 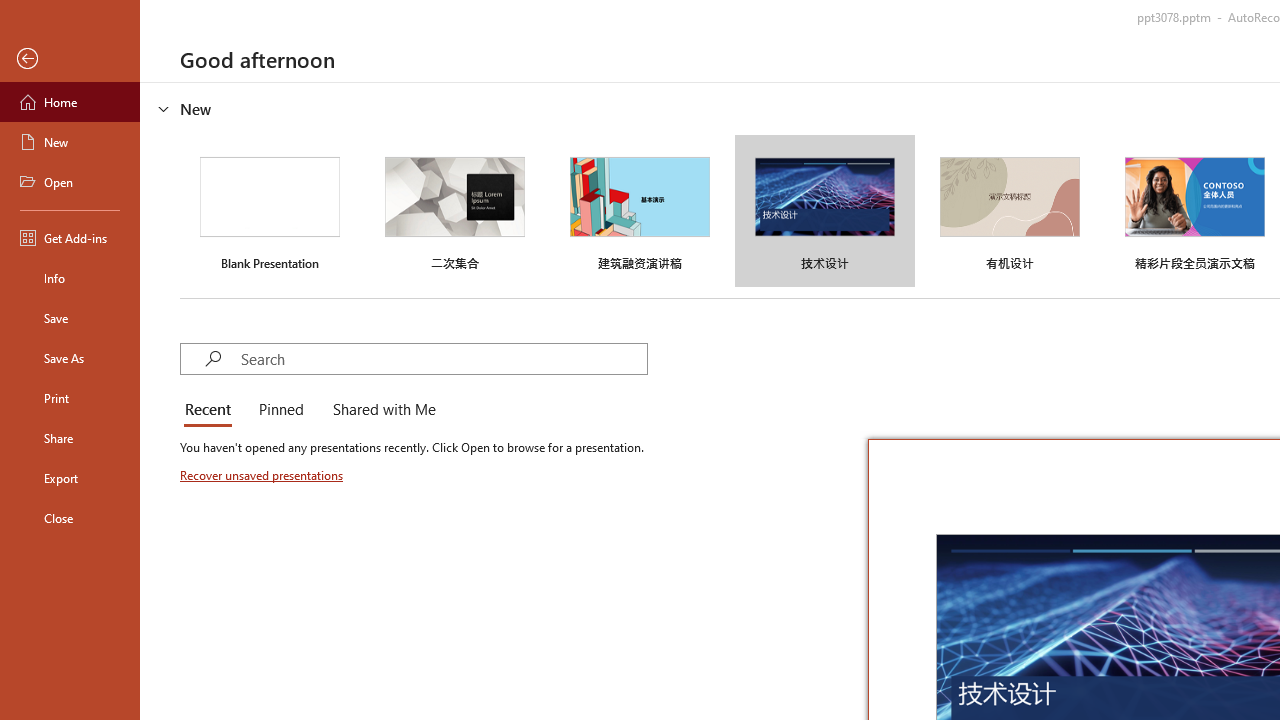 I want to click on 'Hide or show region', so click(x=164, y=109).